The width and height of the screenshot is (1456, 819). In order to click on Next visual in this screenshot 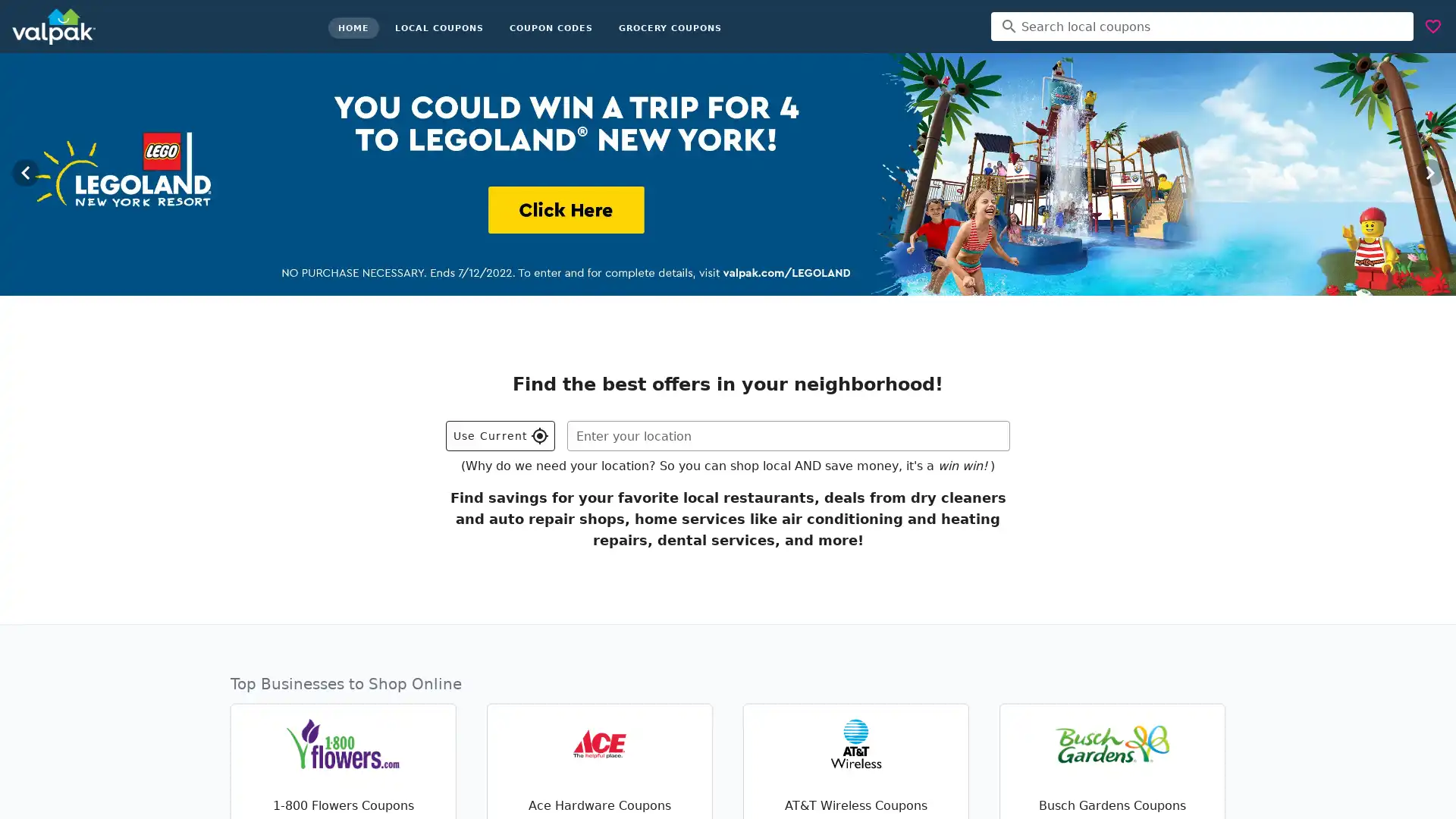, I will do `click(1429, 171)`.